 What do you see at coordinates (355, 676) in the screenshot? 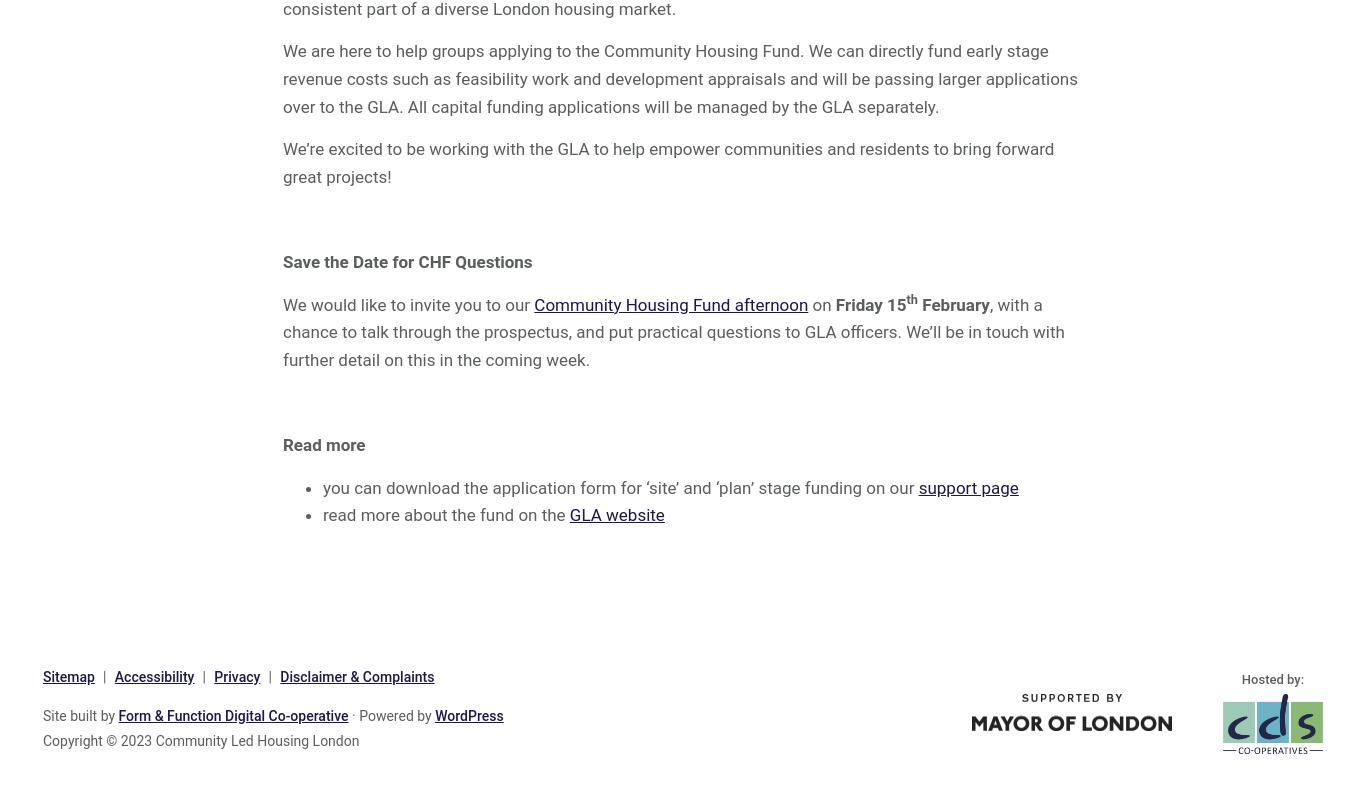
I see `'Disclaimer & Complaints'` at bounding box center [355, 676].